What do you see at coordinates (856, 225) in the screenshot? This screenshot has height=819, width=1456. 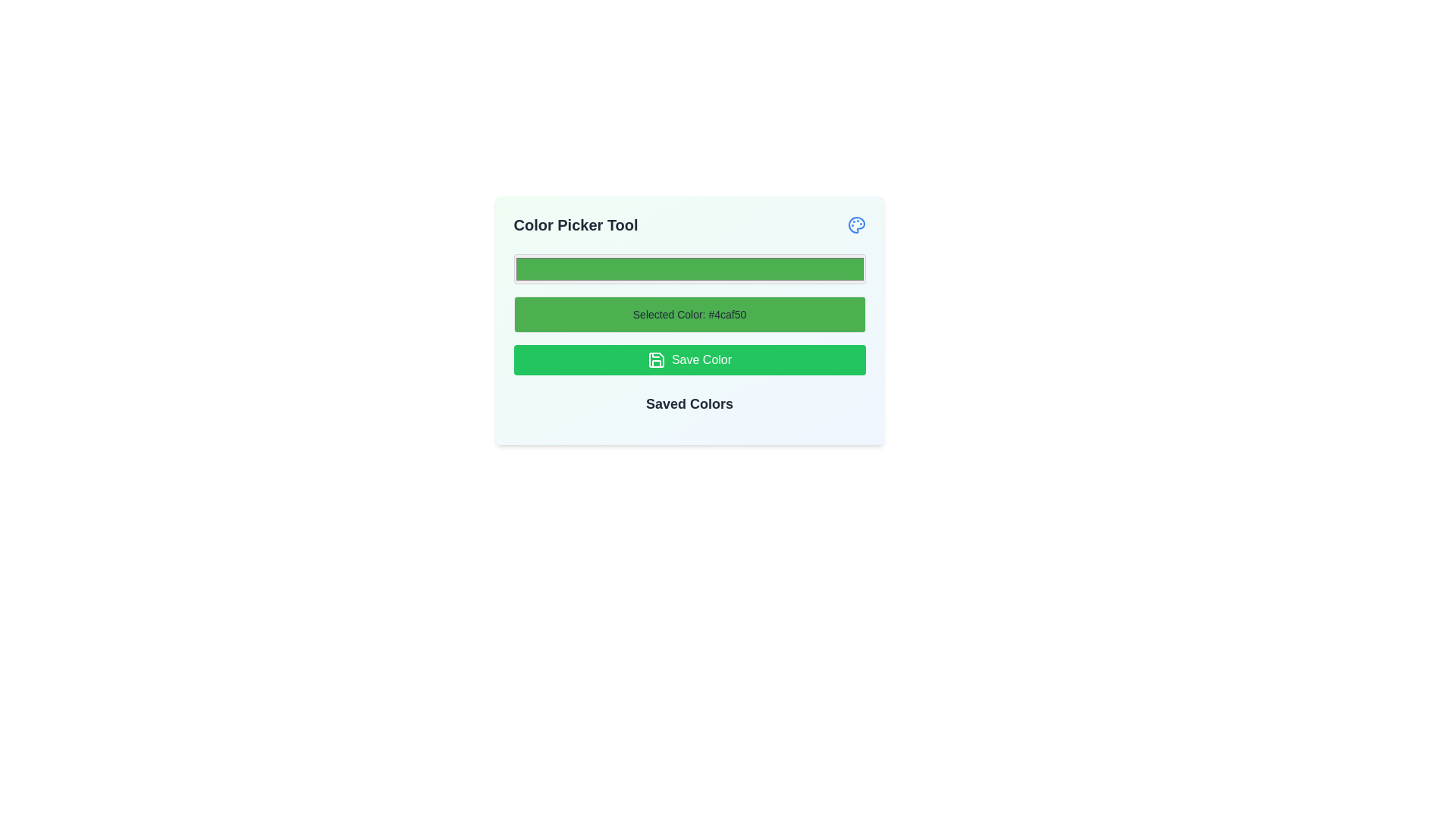 I see `the decorative icon located in the top-right corner of the interface, adjacent to the 'Color Picker Tool' header` at bounding box center [856, 225].